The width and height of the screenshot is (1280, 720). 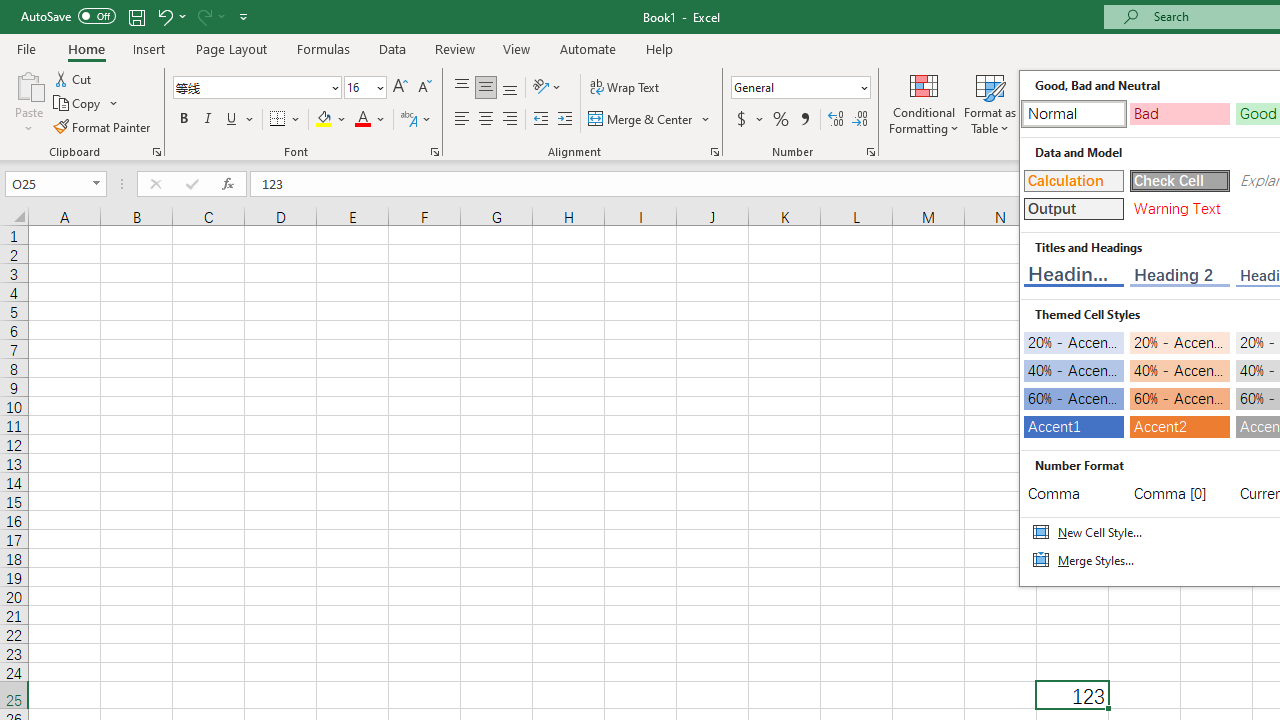 I want to click on 'Wrap Text', so click(x=624, y=86).